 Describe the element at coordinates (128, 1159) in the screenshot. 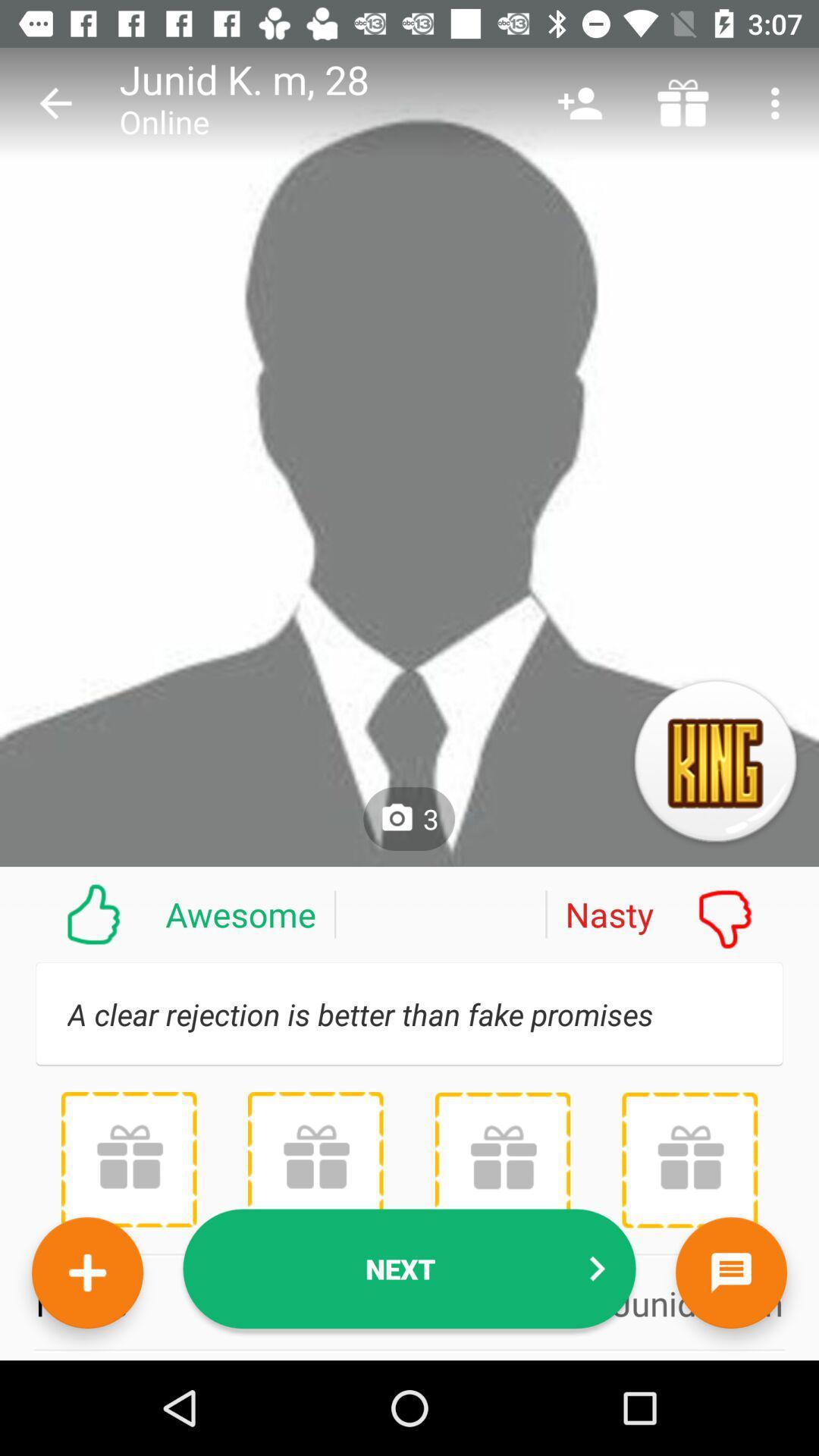

I see `icon below a clear rejection icon` at that location.